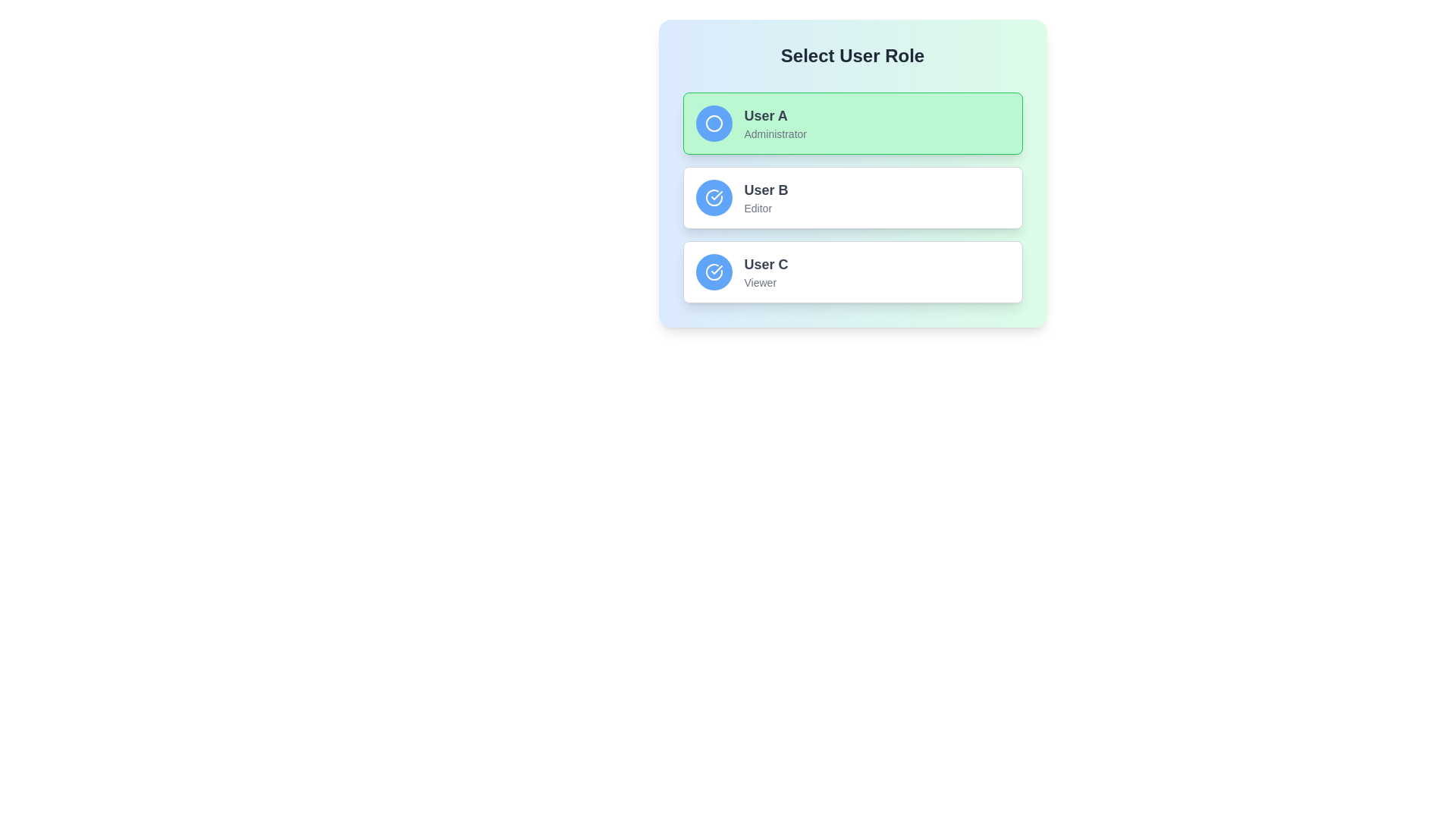 The width and height of the screenshot is (1456, 819). Describe the element at coordinates (766, 271) in the screenshot. I see `the label that displays 'User C' in bold and 'Viewer' in a smaller gray font, located to the right of a circular blue icon with a white check mark in the user role selection panel` at that location.